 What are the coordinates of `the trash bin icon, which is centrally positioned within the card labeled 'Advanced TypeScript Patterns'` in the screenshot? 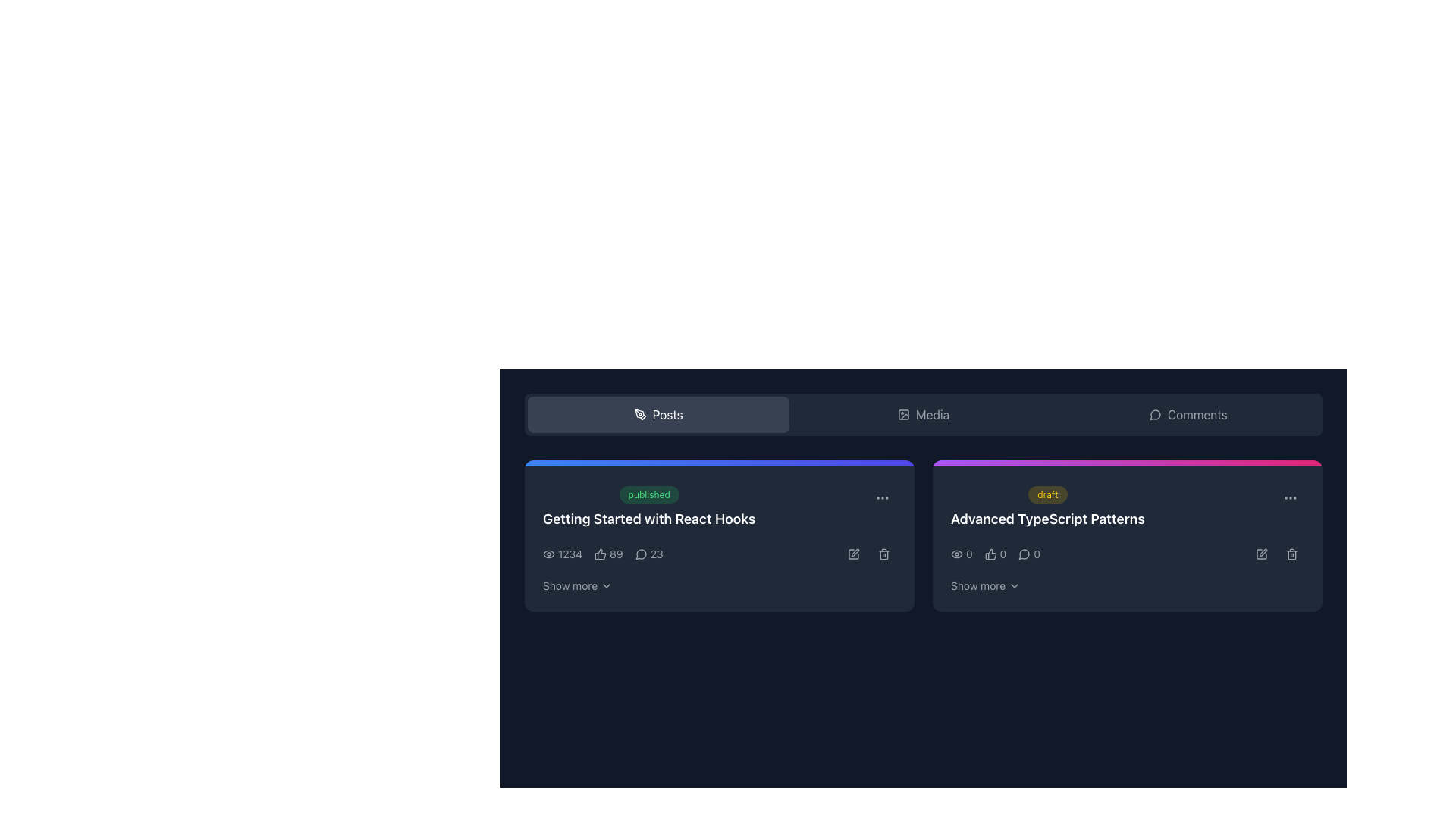 It's located at (1291, 555).